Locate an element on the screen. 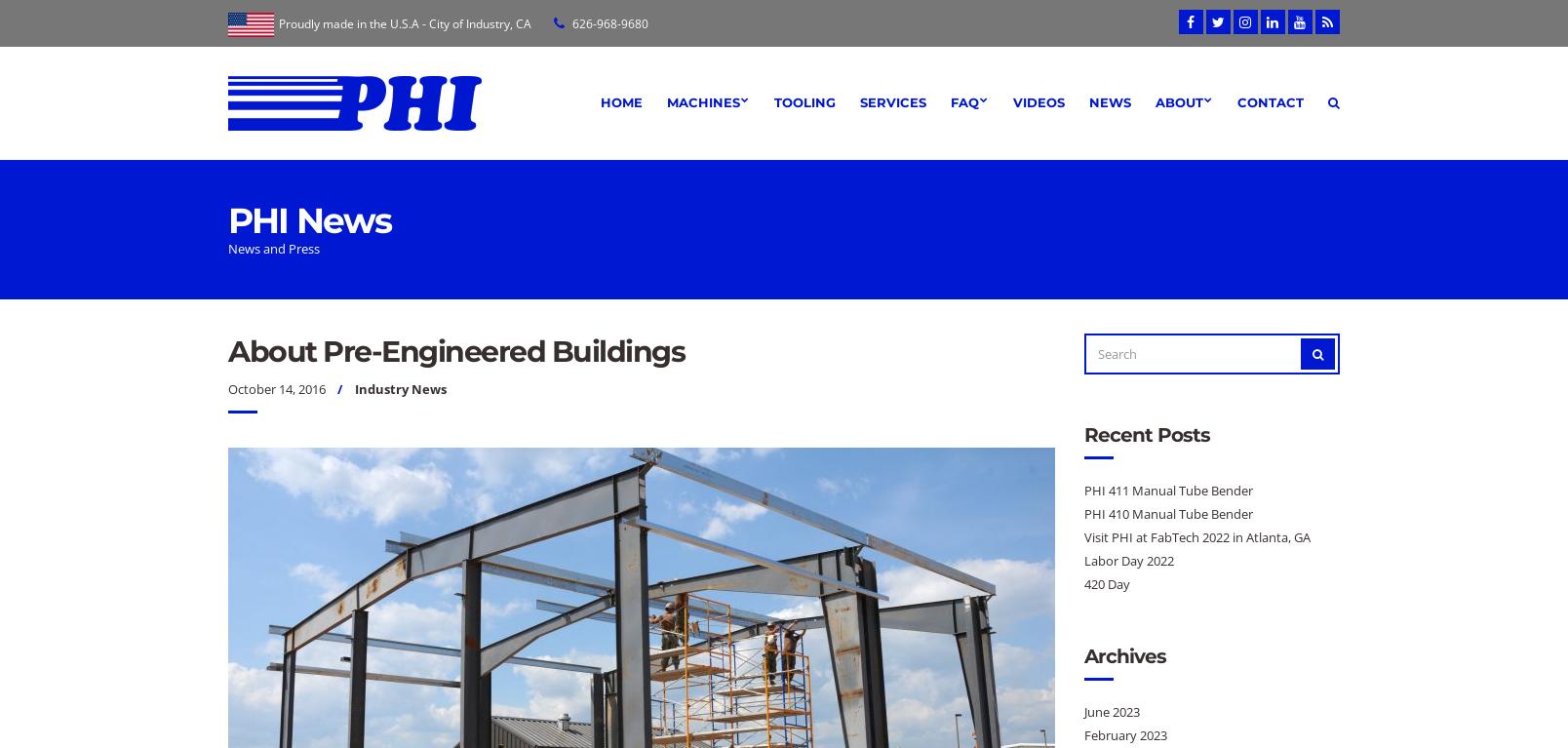 The height and width of the screenshot is (748, 1568). 'Labor Day 2022' is located at coordinates (1127, 559).